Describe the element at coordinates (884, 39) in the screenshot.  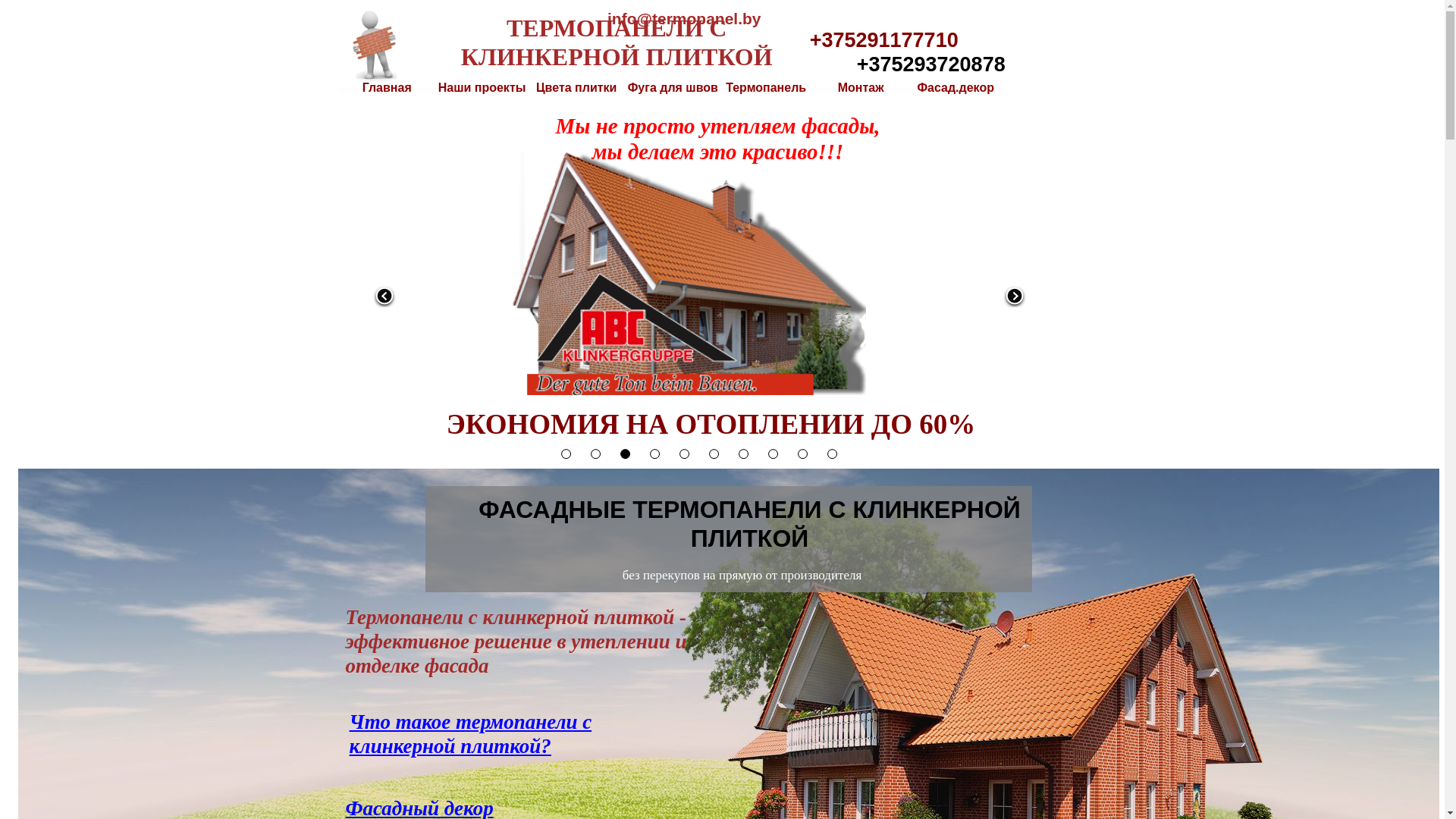
I see `'+375291177710'` at that location.